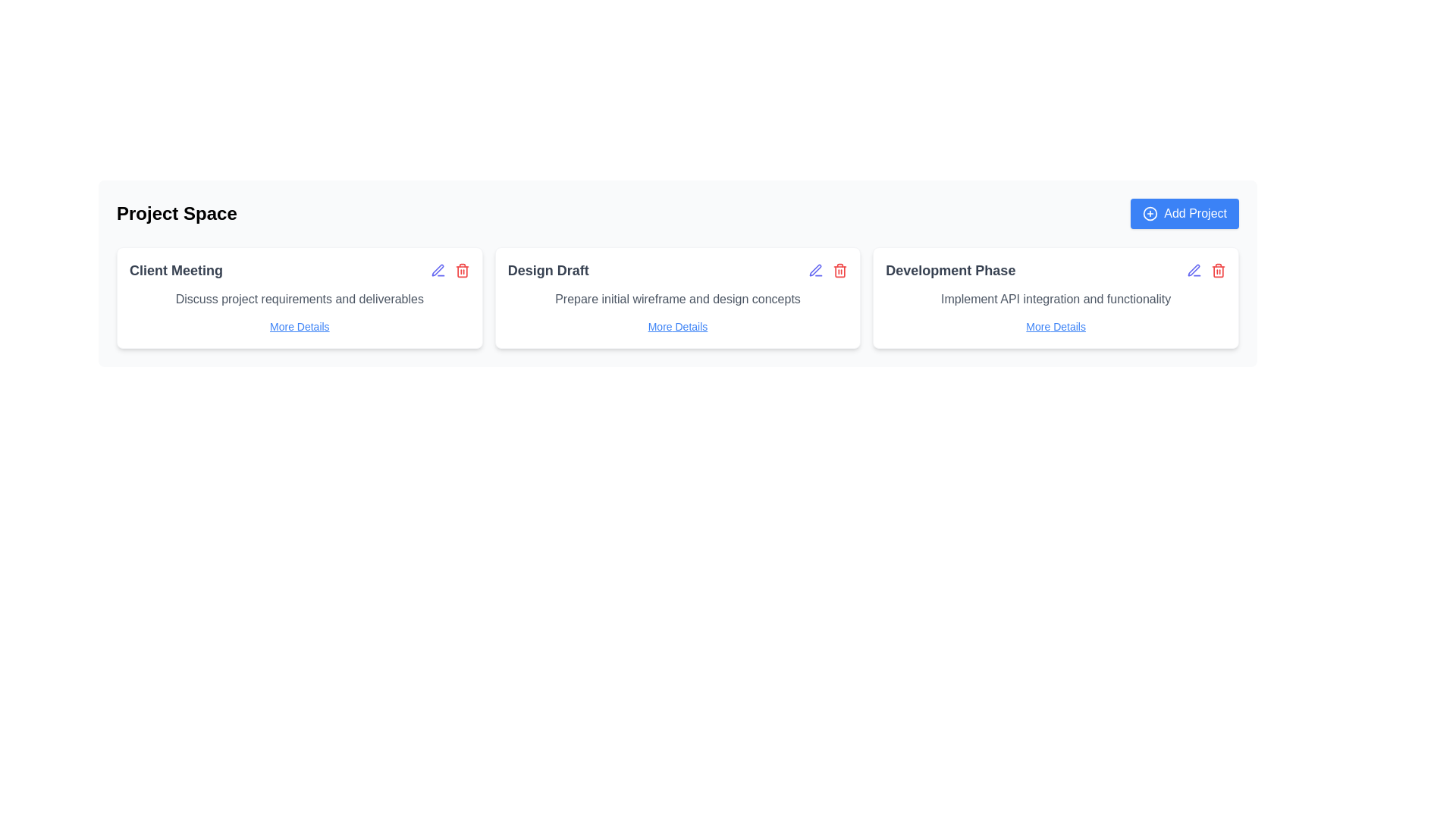 This screenshot has width=1456, height=819. Describe the element at coordinates (676, 299) in the screenshot. I see `the text element that reads 'Prepare initial wireframe and design concepts', which is styled in gray color and positioned below the bold header 'Design Draft'` at that location.